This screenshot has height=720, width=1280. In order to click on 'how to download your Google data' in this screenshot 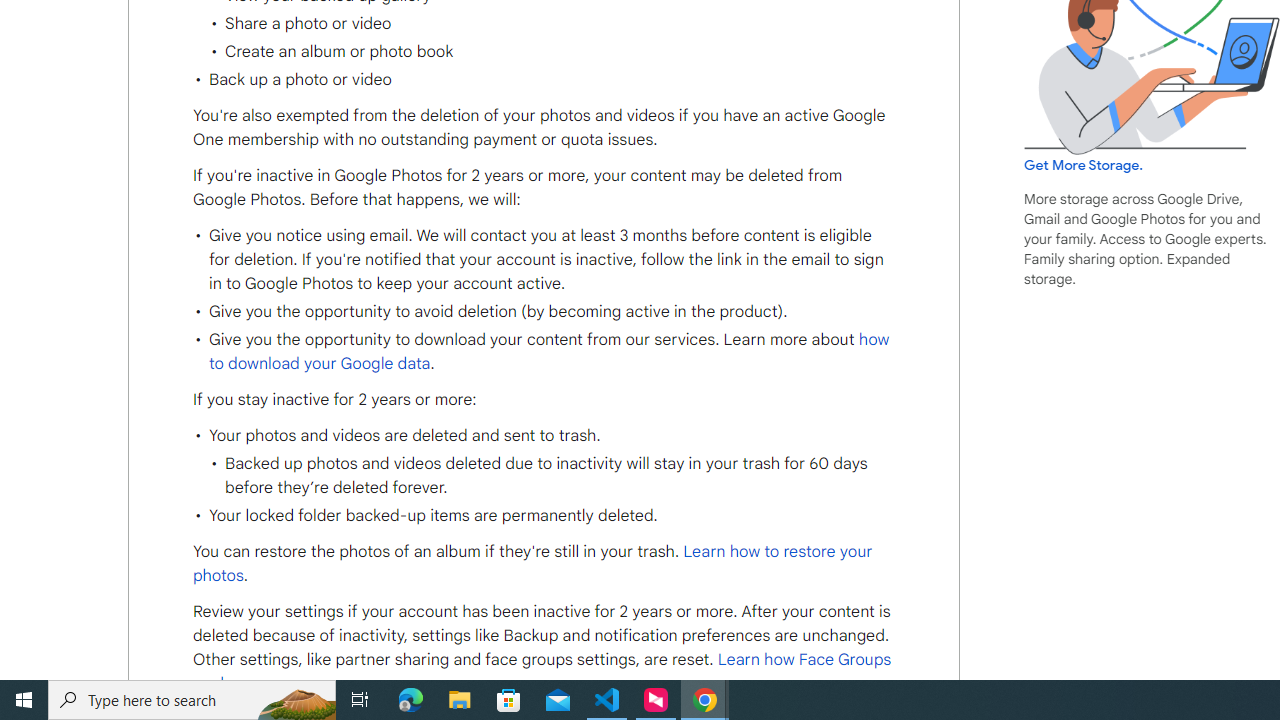, I will do `click(549, 350)`.